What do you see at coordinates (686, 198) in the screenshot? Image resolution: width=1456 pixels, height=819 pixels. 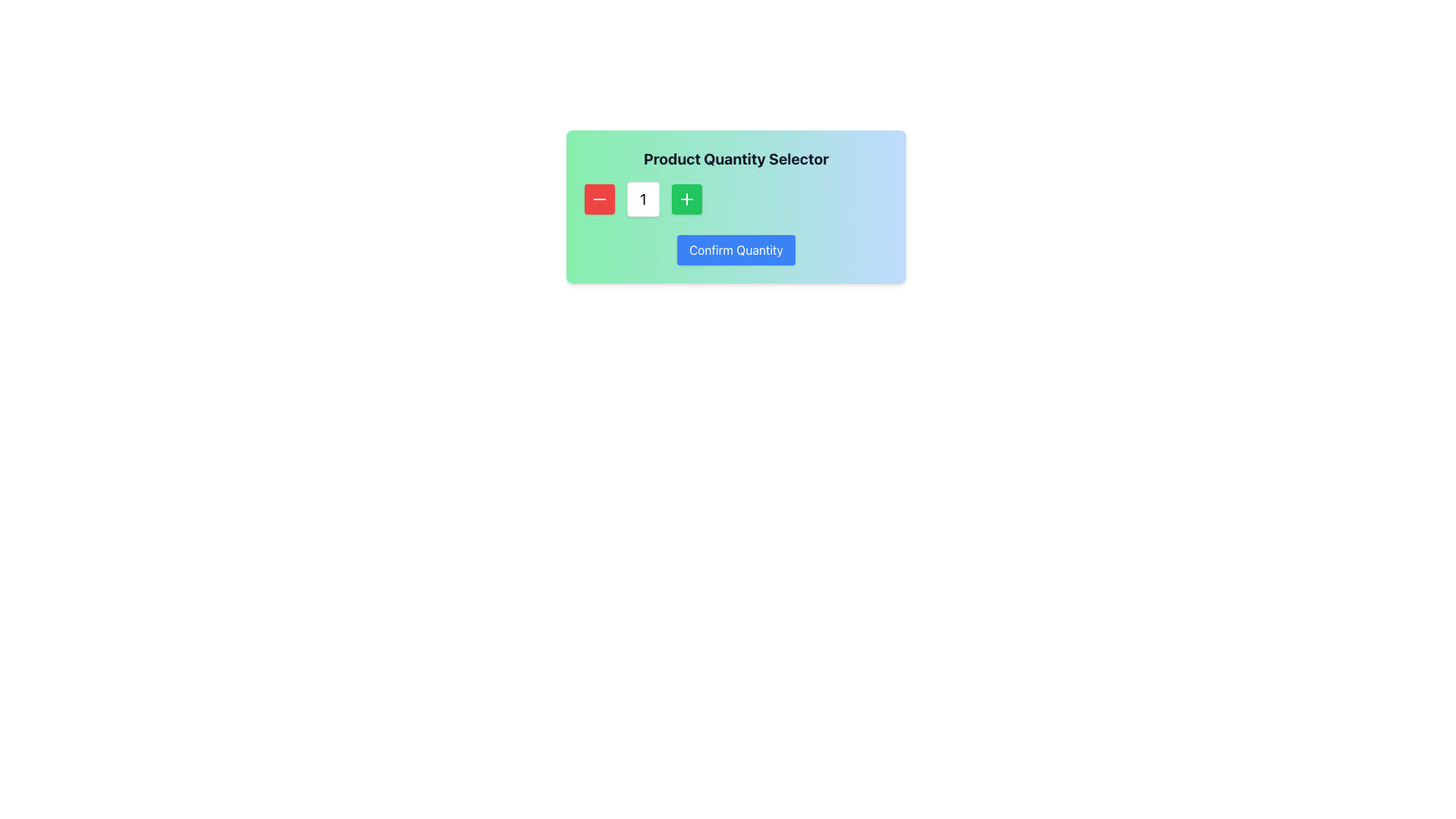 I see `the increment quantity button located to the right of the quantity display box and to the left of the Confirm Quantity button` at bounding box center [686, 198].